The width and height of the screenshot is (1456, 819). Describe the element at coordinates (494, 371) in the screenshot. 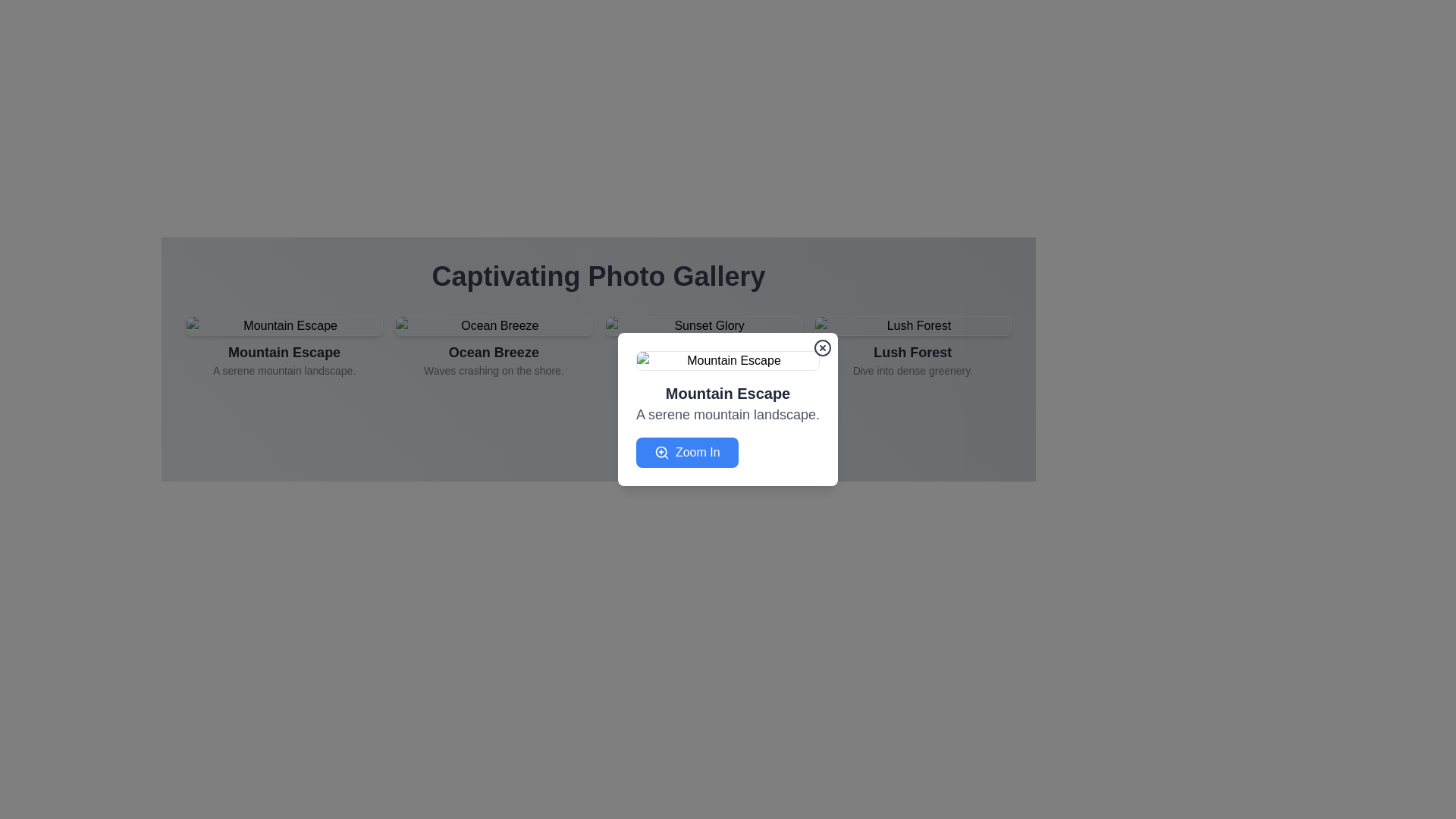

I see `text caption 'Waves crashing on the shore.' located beneath the title 'Ocean Breeze' in a smaller-sized font with a gray hue` at that location.